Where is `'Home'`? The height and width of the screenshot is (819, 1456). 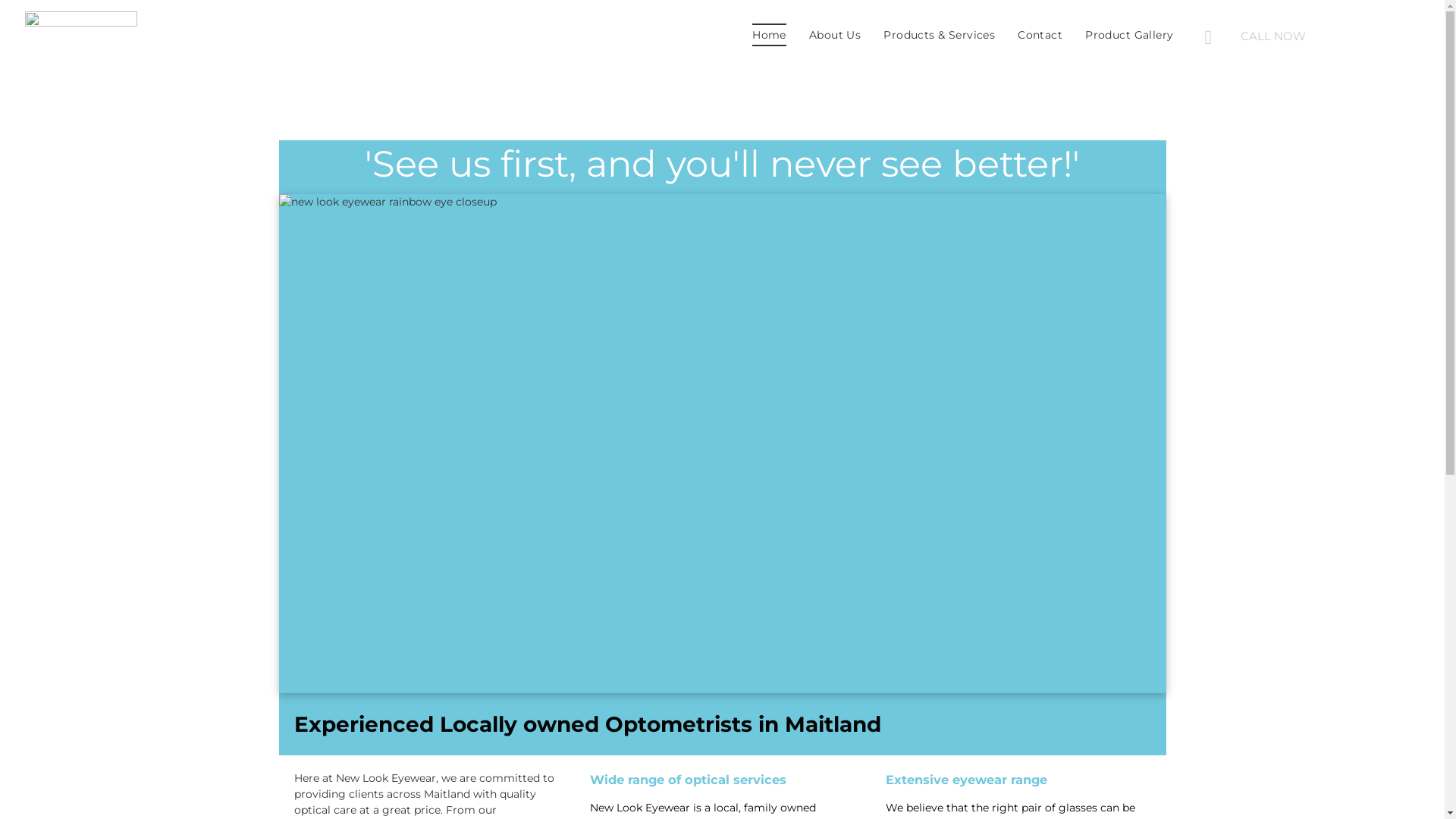 'Home' is located at coordinates (769, 34).